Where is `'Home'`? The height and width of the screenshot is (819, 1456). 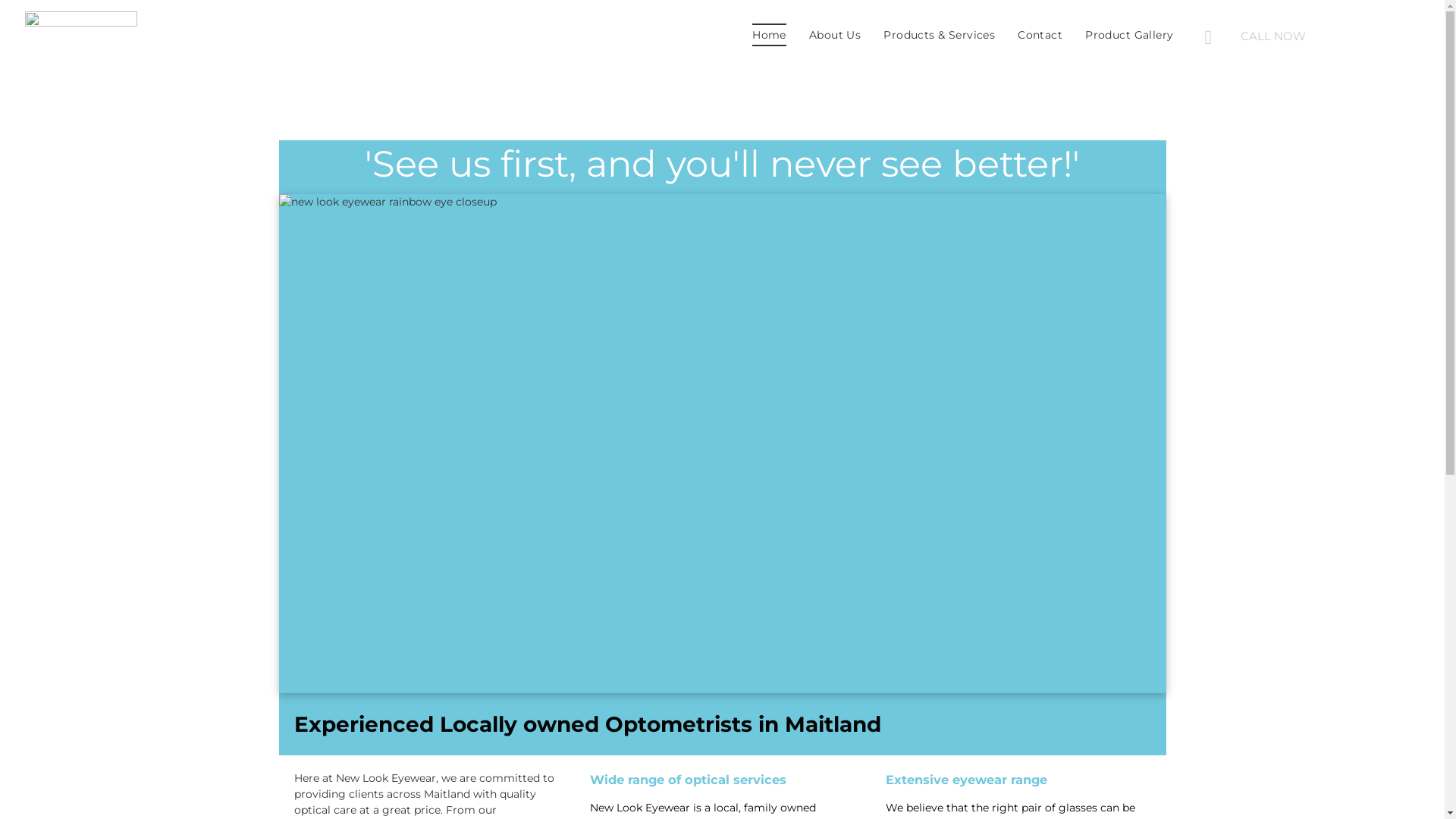 'Home' is located at coordinates (769, 34).